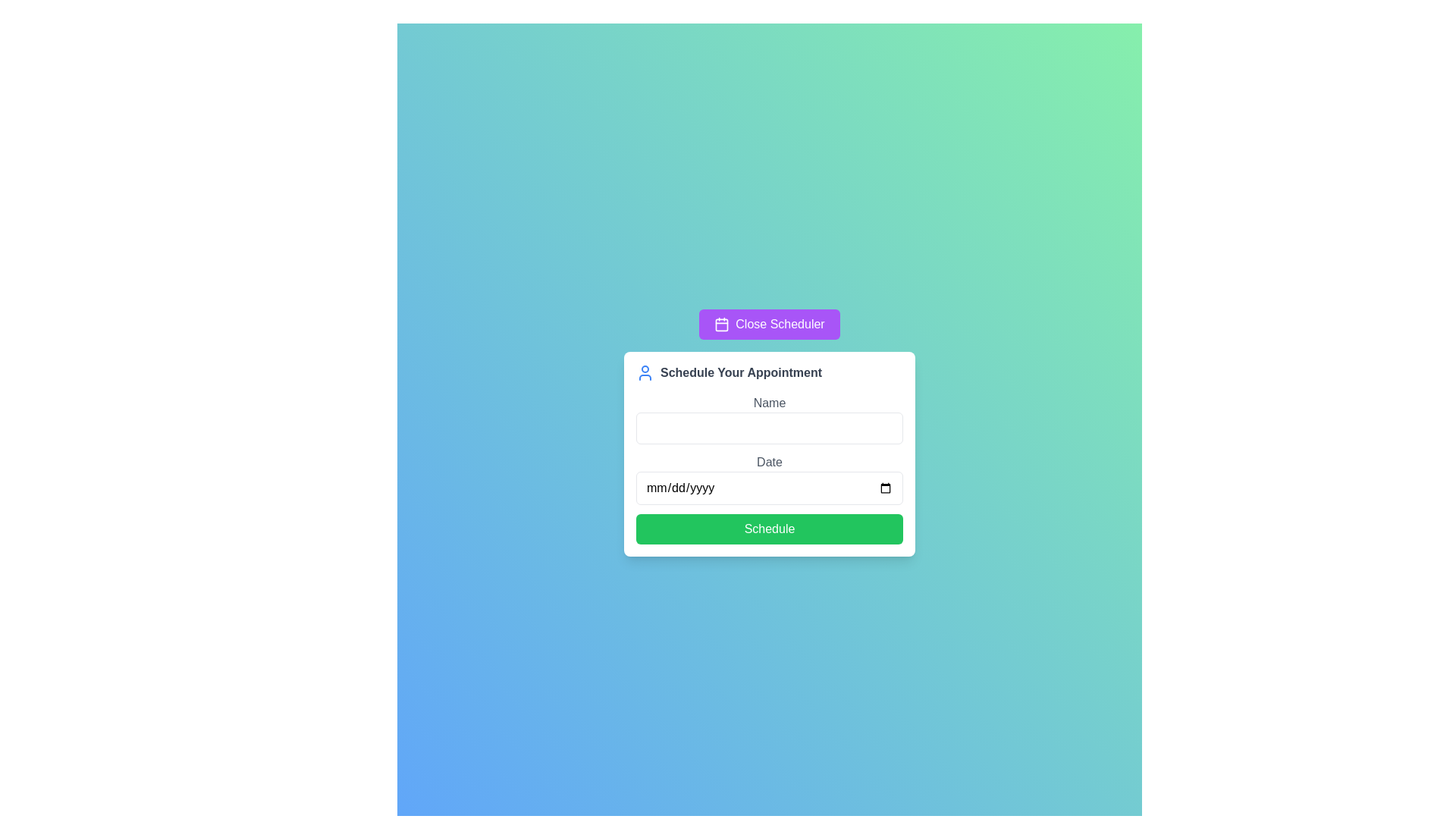 The width and height of the screenshot is (1456, 819). I want to click on the close button located at the top center of the scheduler interface, so click(769, 324).